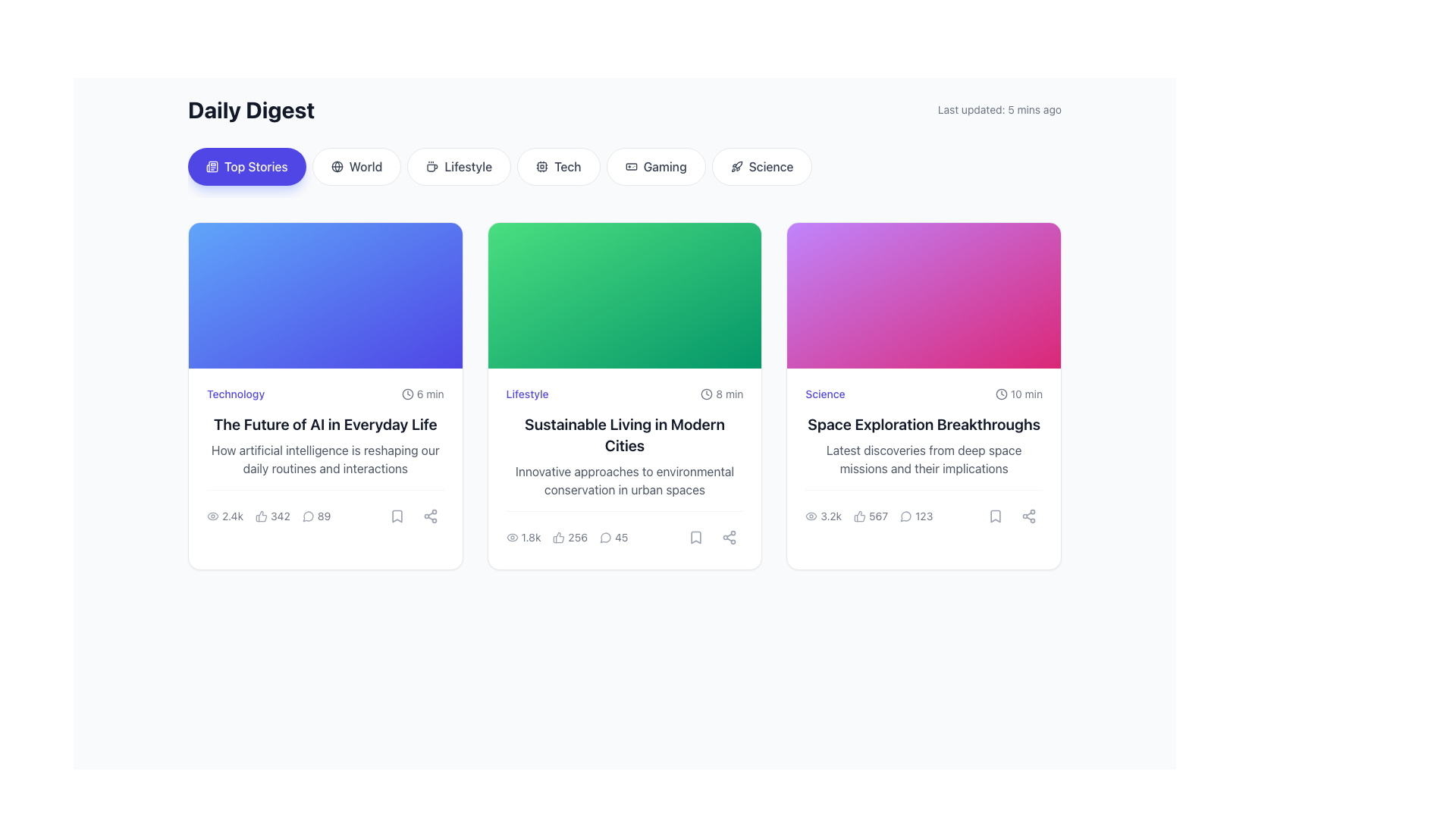  Describe the element at coordinates (631, 166) in the screenshot. I see `the button labeled 'Gaming' which is located on the left side of the navigation options at the top of the main content area` at that location.